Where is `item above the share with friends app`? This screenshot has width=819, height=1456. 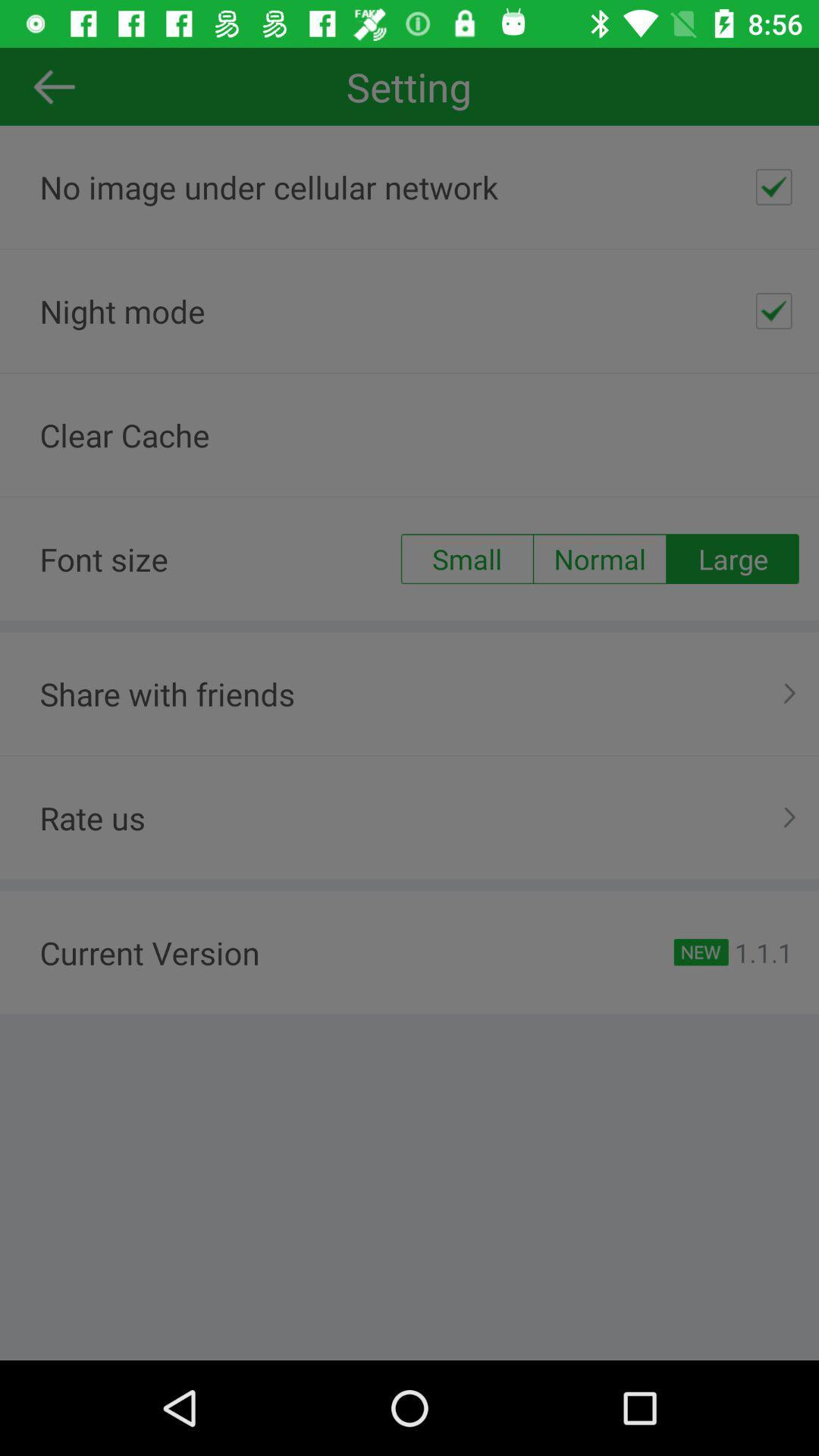
item above the share with friends app is located at coordinates (732, 558).